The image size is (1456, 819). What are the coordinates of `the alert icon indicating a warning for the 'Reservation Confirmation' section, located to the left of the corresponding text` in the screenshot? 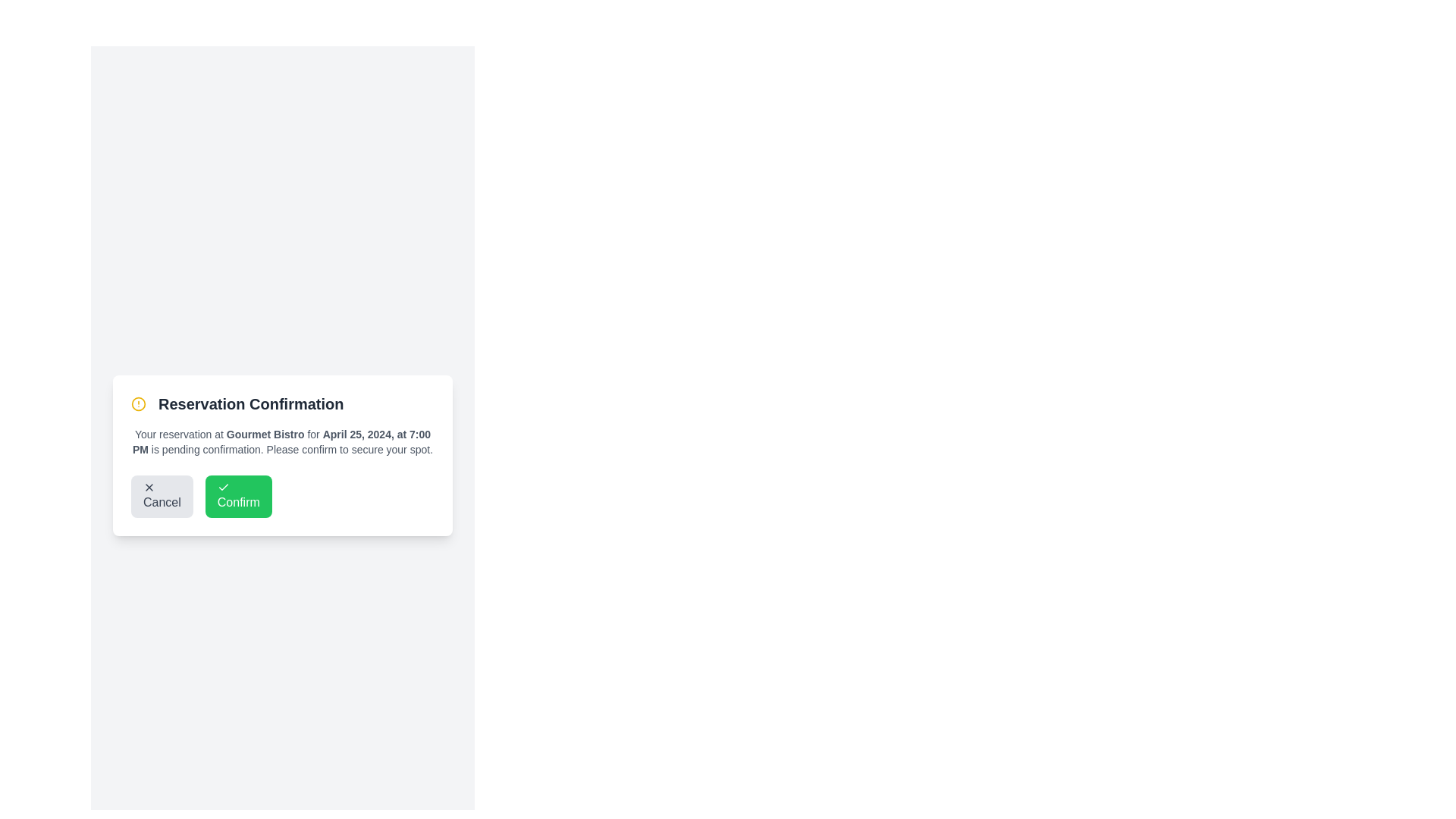 It's located at (138, 403).